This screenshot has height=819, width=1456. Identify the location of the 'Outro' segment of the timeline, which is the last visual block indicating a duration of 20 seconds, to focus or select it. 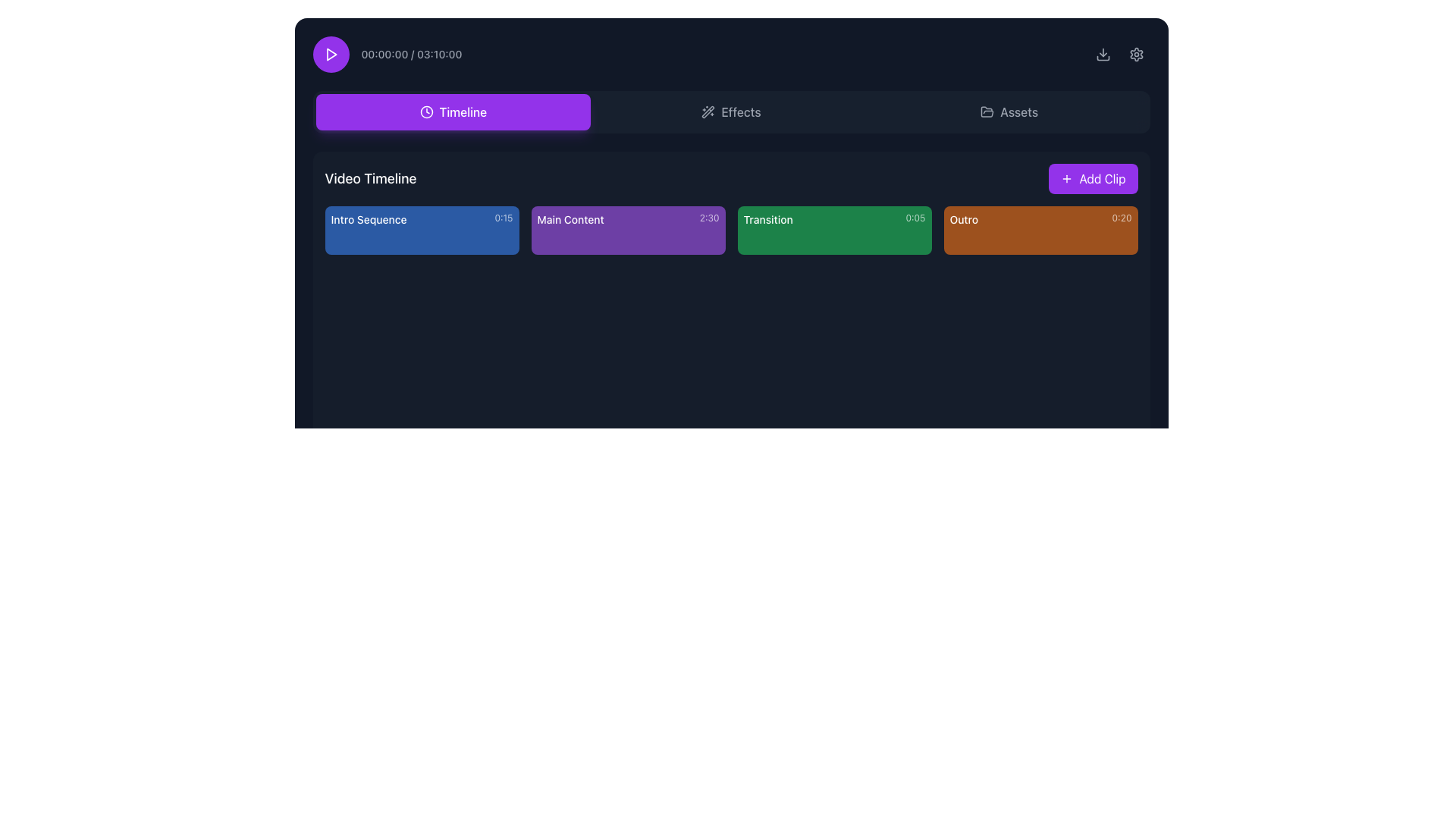
(1040, 219).